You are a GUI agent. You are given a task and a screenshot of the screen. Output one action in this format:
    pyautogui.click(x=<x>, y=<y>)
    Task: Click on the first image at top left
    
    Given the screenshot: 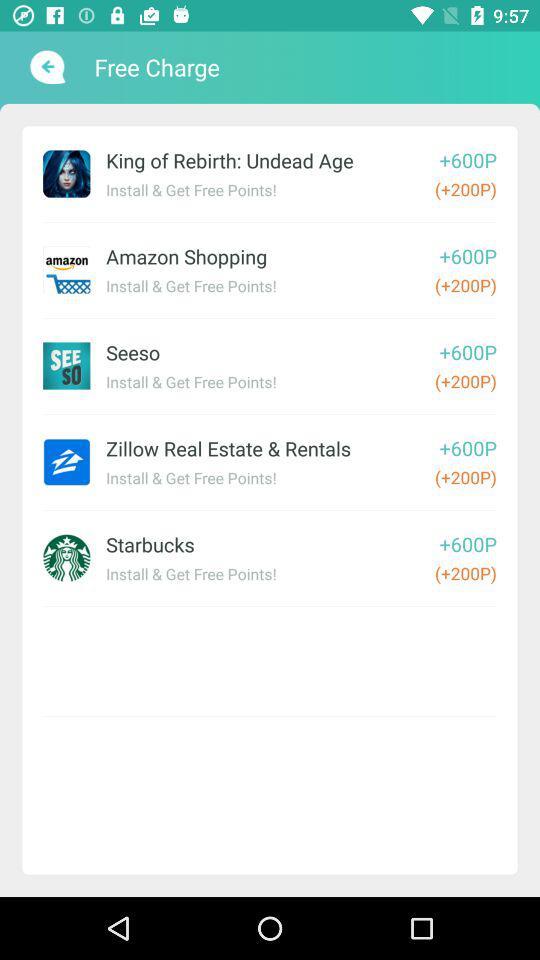 What is the action you would take?
    pyautogui.click(x=66, y=172)
    